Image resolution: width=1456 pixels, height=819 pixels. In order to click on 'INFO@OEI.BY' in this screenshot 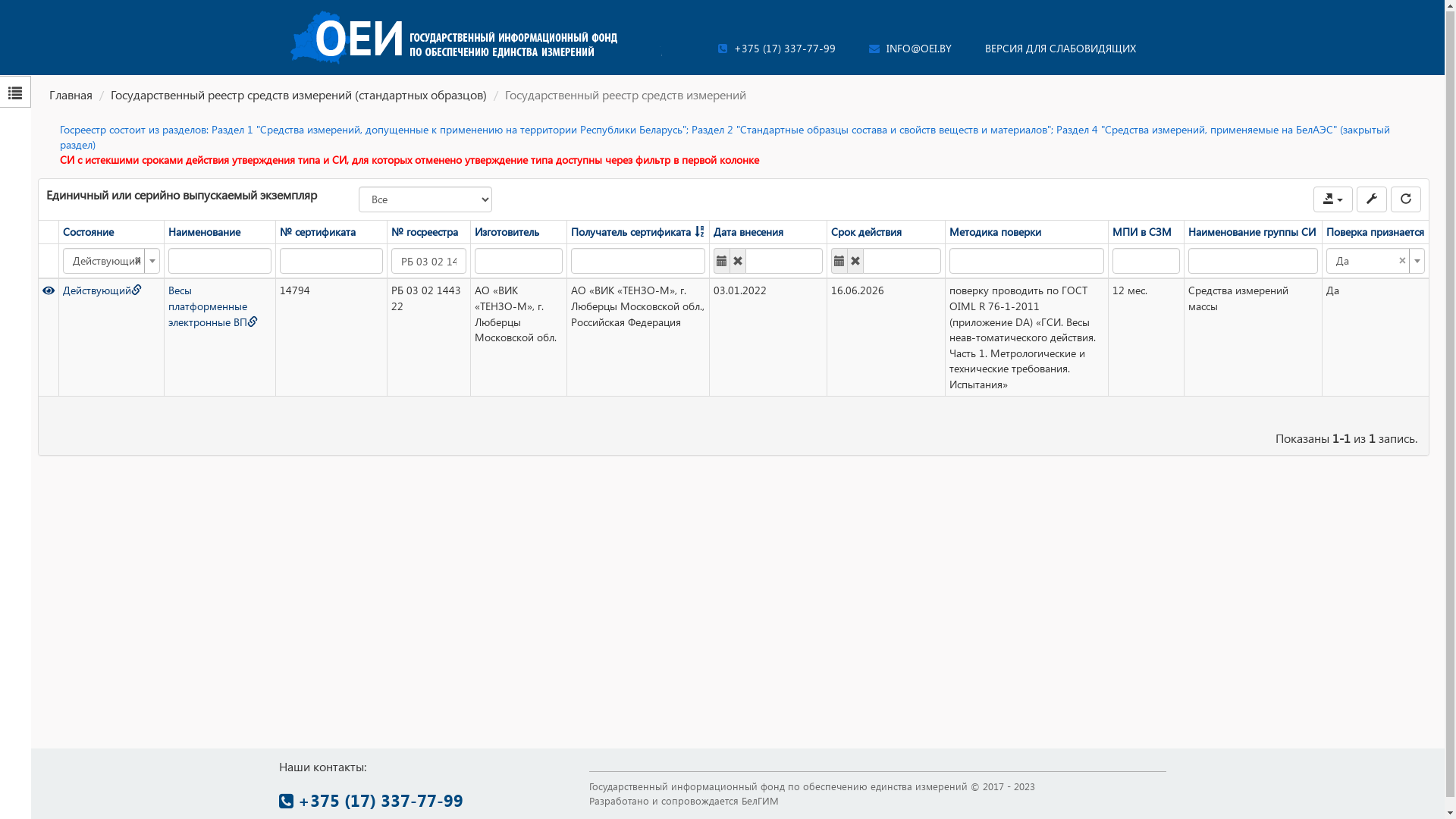, I will do `click(910, 48)`.